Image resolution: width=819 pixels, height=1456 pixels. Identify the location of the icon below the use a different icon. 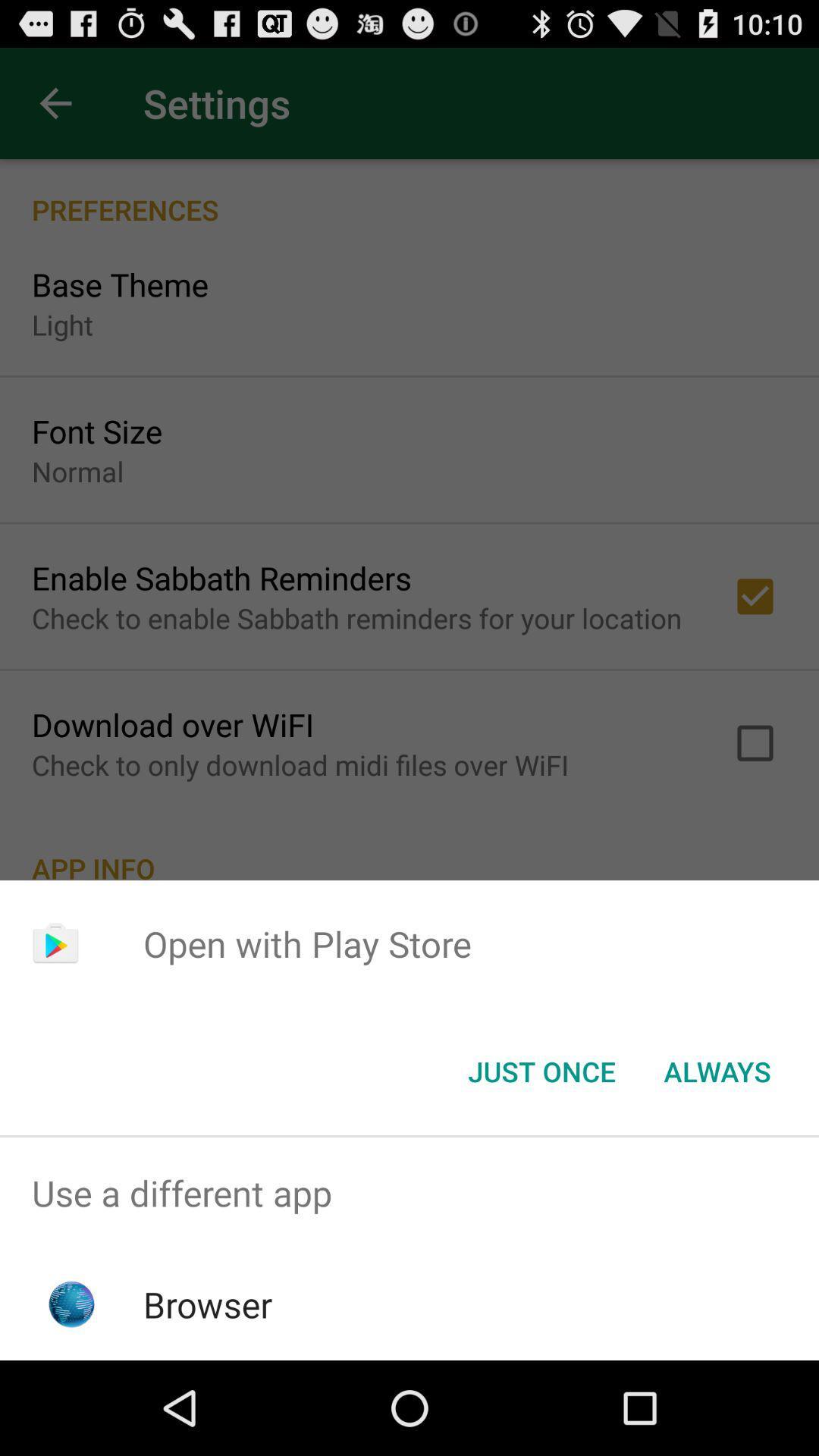
(208, 1304).